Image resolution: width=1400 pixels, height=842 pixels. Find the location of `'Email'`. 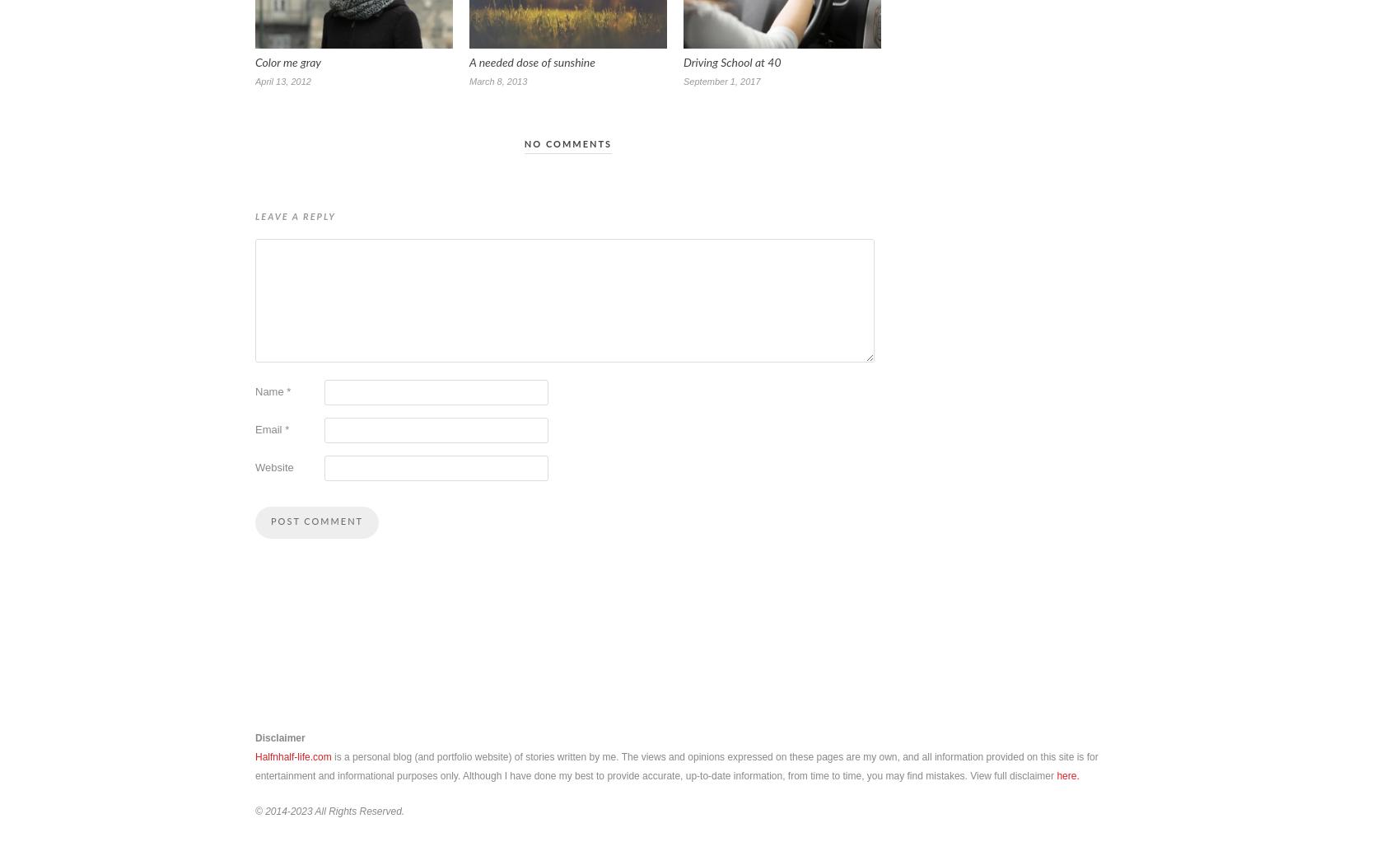

'Email' is located at coordinates (255, 428).